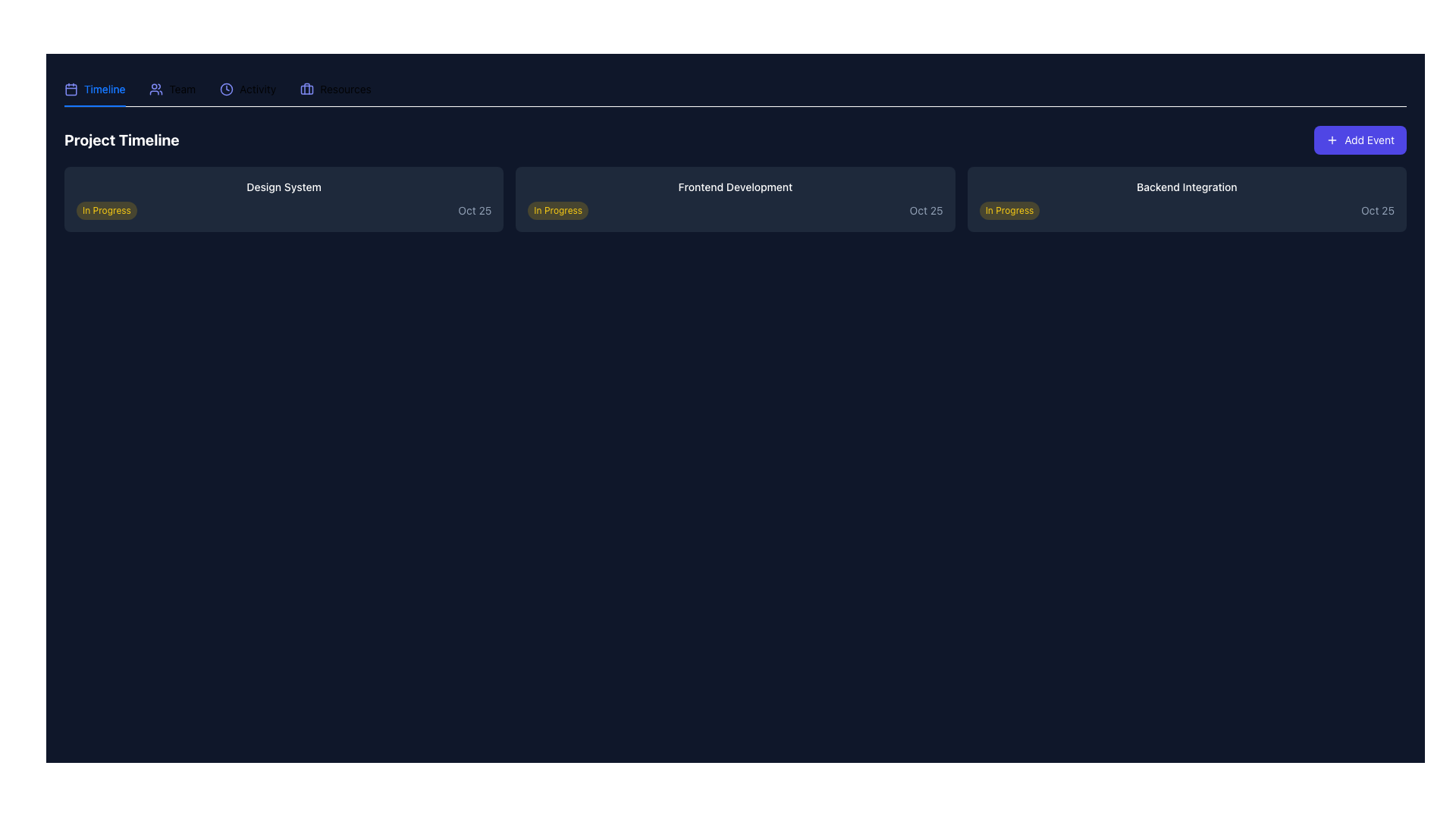 This screenshot has height=819, width=1456. What do you see at coordinates (557, 210) in the screenshot?
I see `the status indicator label that shows 'In Progress'` at bounding box center [557, 210].